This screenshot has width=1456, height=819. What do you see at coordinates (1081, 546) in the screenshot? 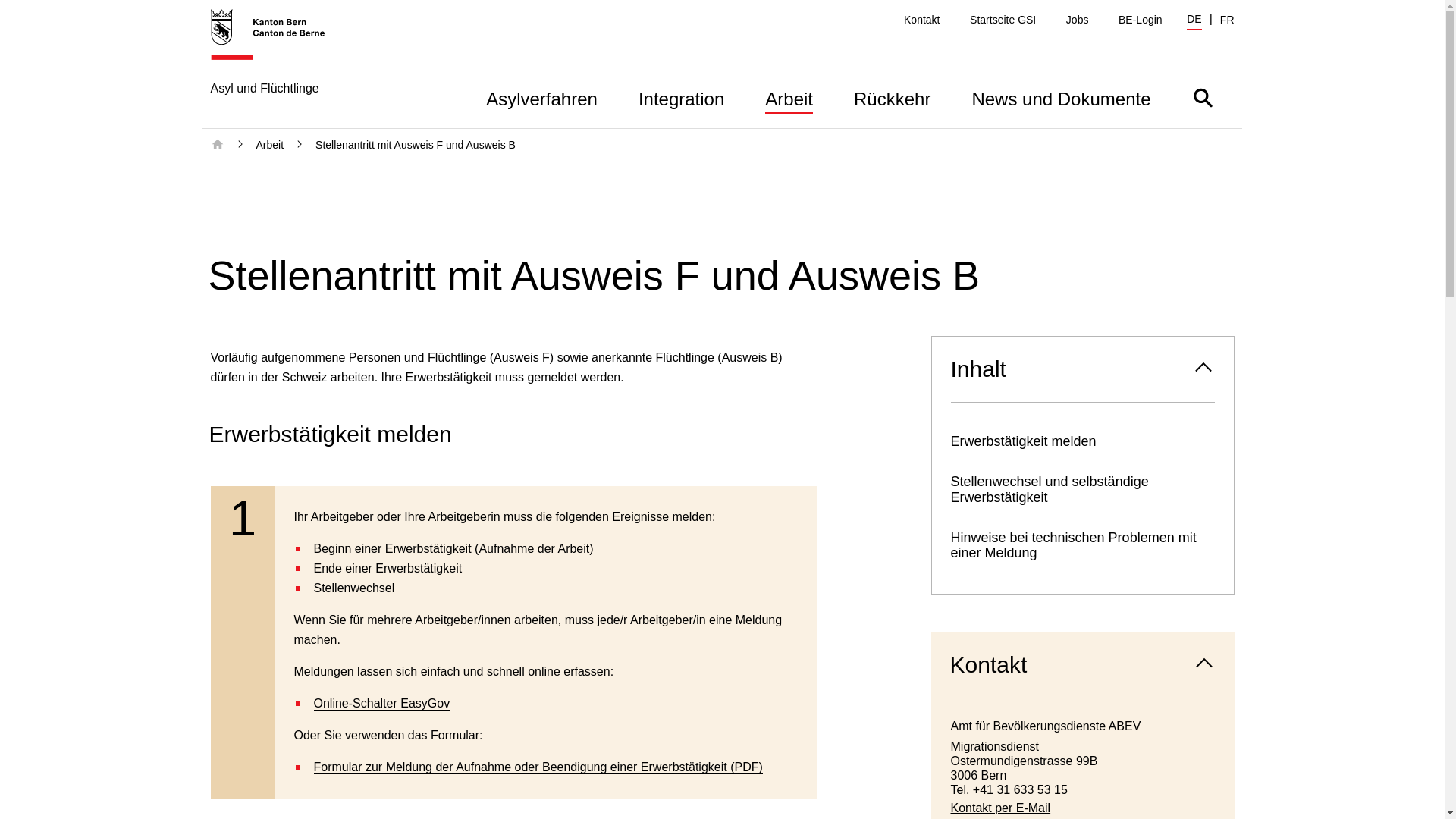
I see `'Hinweise bei technischen Problemen mit einer Meldung'` at bounding box center [1081, 546].